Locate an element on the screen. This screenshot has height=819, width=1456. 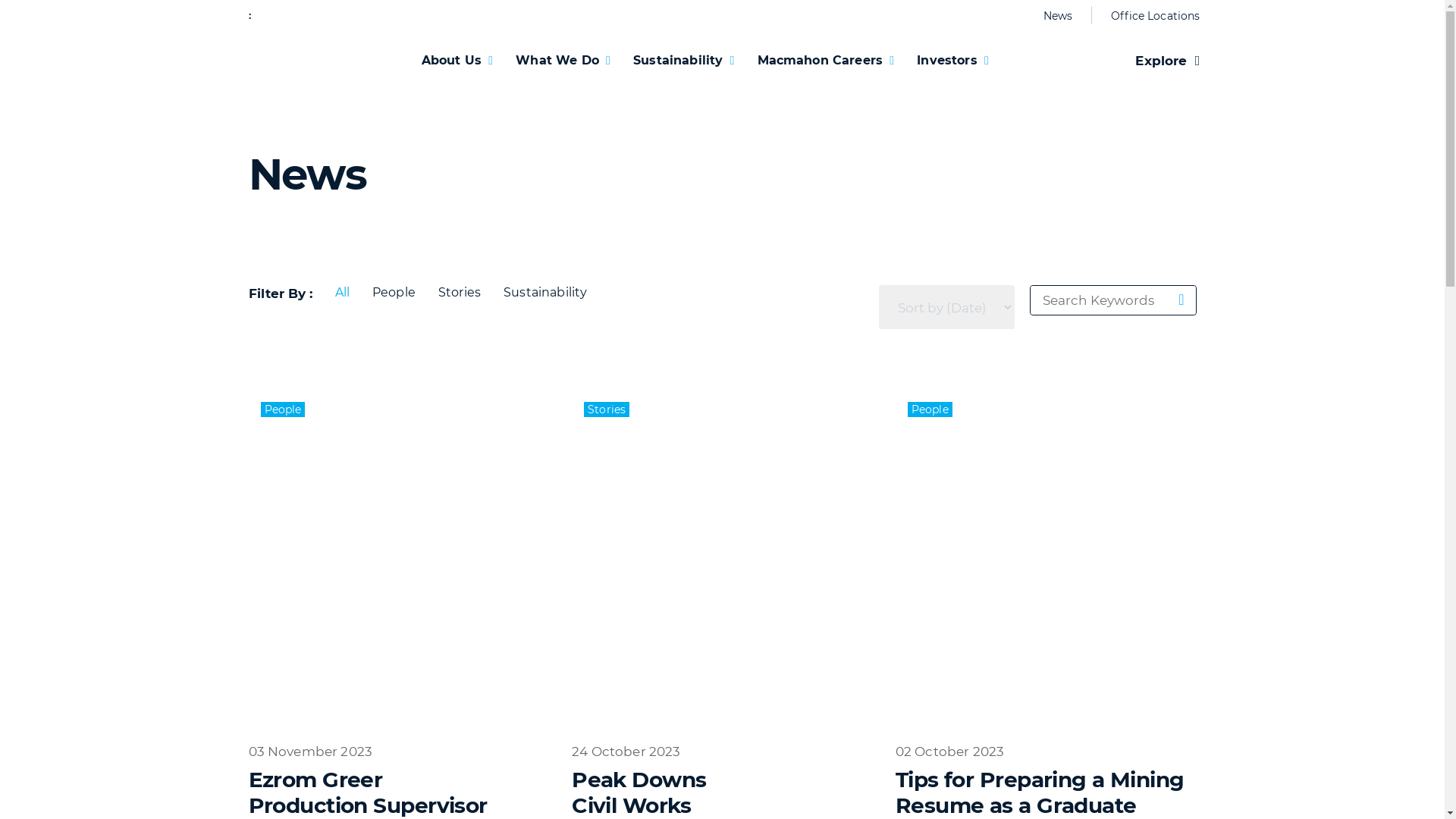
'All' is located at coordinates (340, 292).